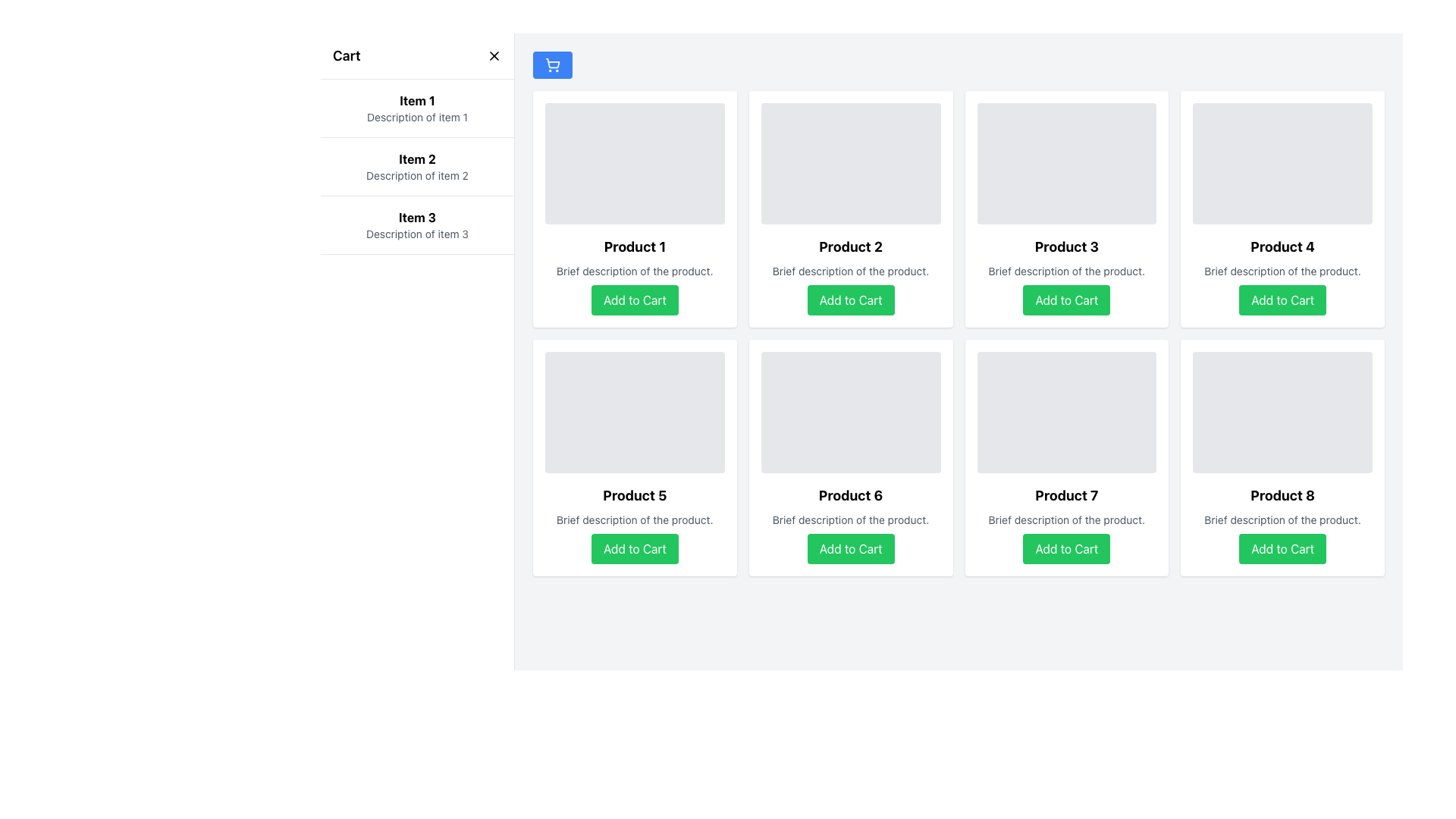  Describe the element at coordinates (851, 496) in the screenshot. I see `product's name displayed as a bold black text label saying 'Product 6', located below the placeholder image and above the description text` at that location.